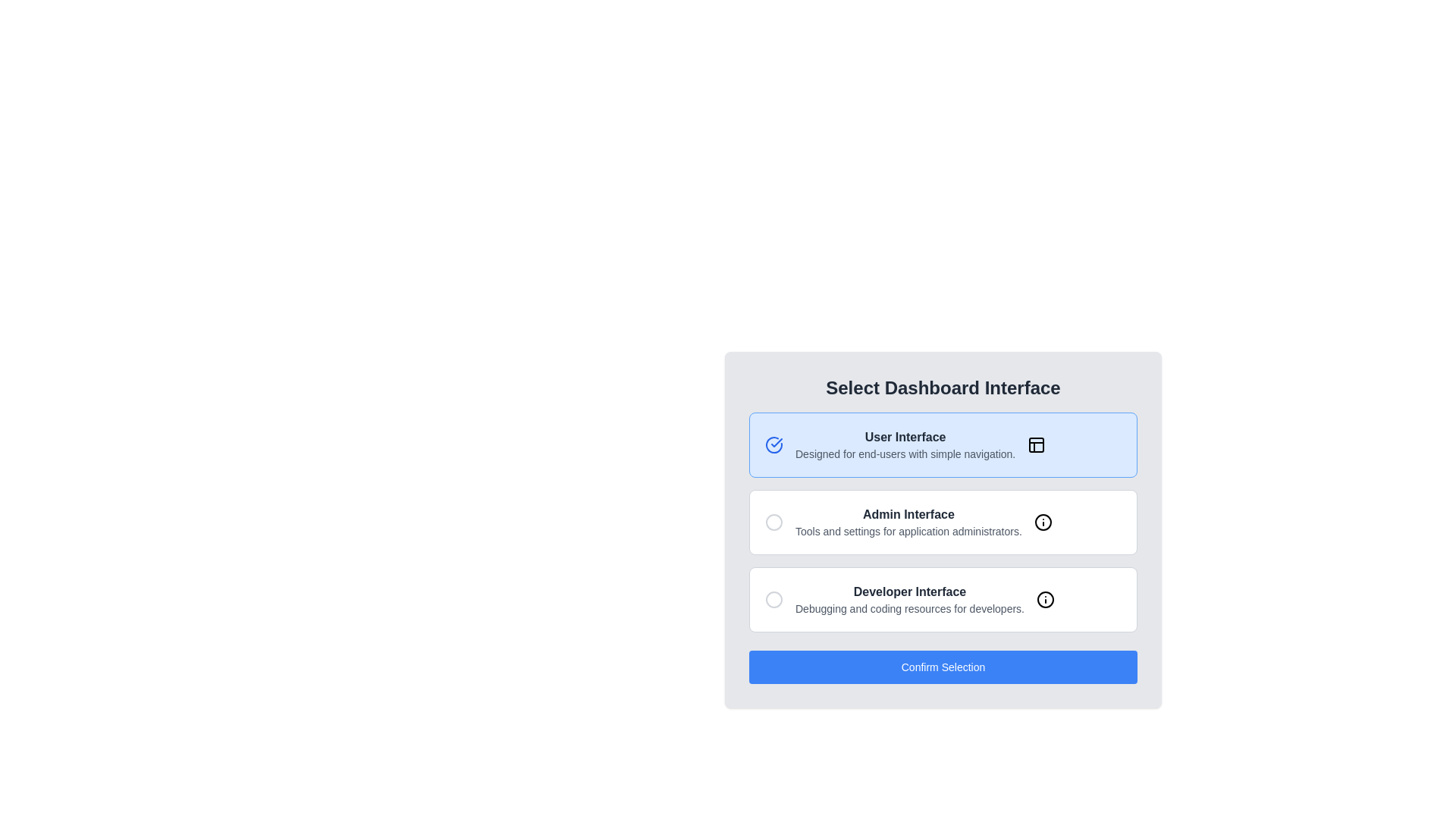 The height and width of the screenshot is (819, 1456). What do you see at coordinates (774, 598) in the screenshot?
I see `the Circular outline icon located to the left of the text 'Developer Interface'` at bounding box center [774, 598].